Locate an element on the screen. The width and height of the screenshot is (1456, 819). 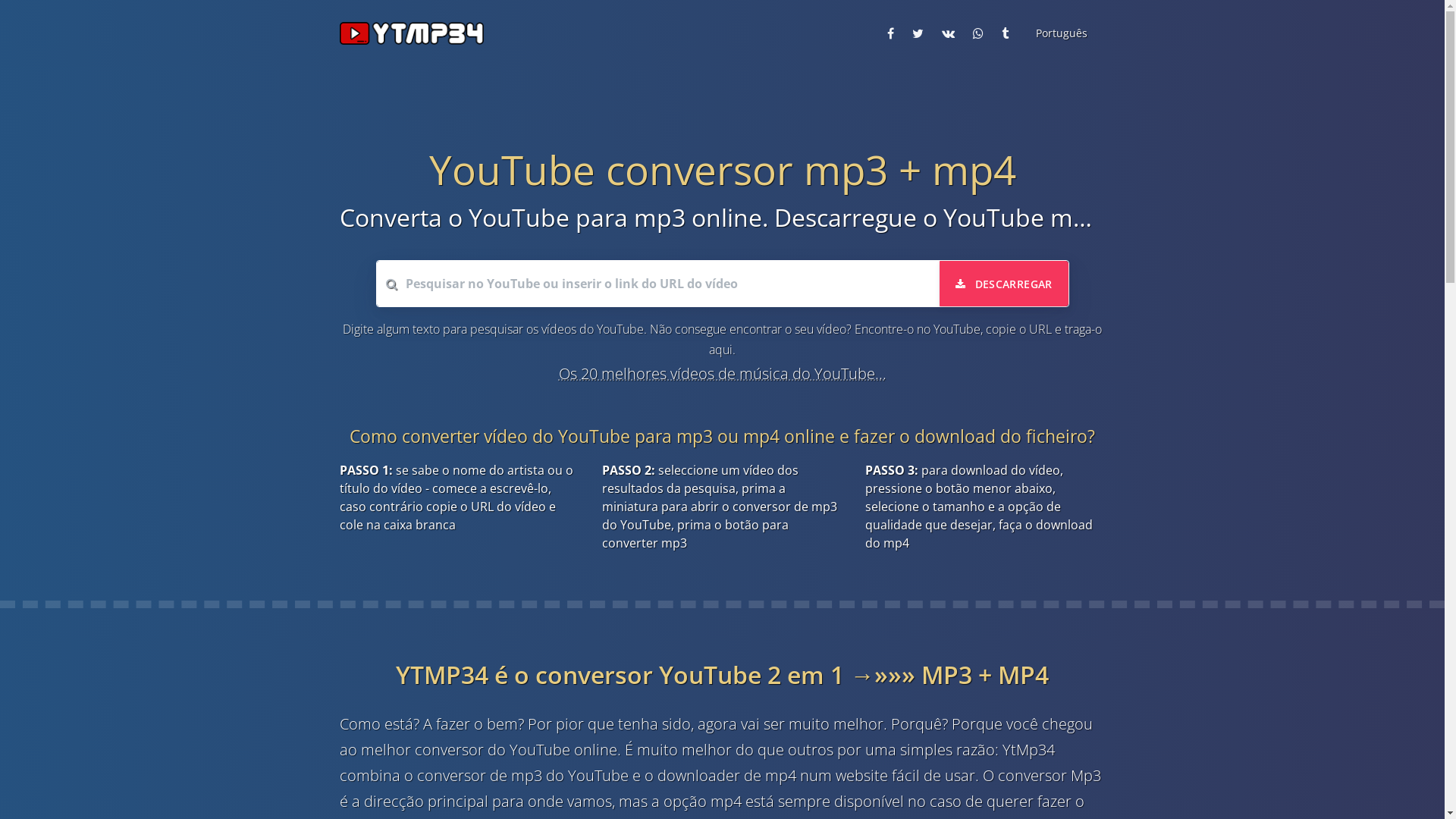
'Compartilhar em Whatsapp' is located at coordinates (965, 33).